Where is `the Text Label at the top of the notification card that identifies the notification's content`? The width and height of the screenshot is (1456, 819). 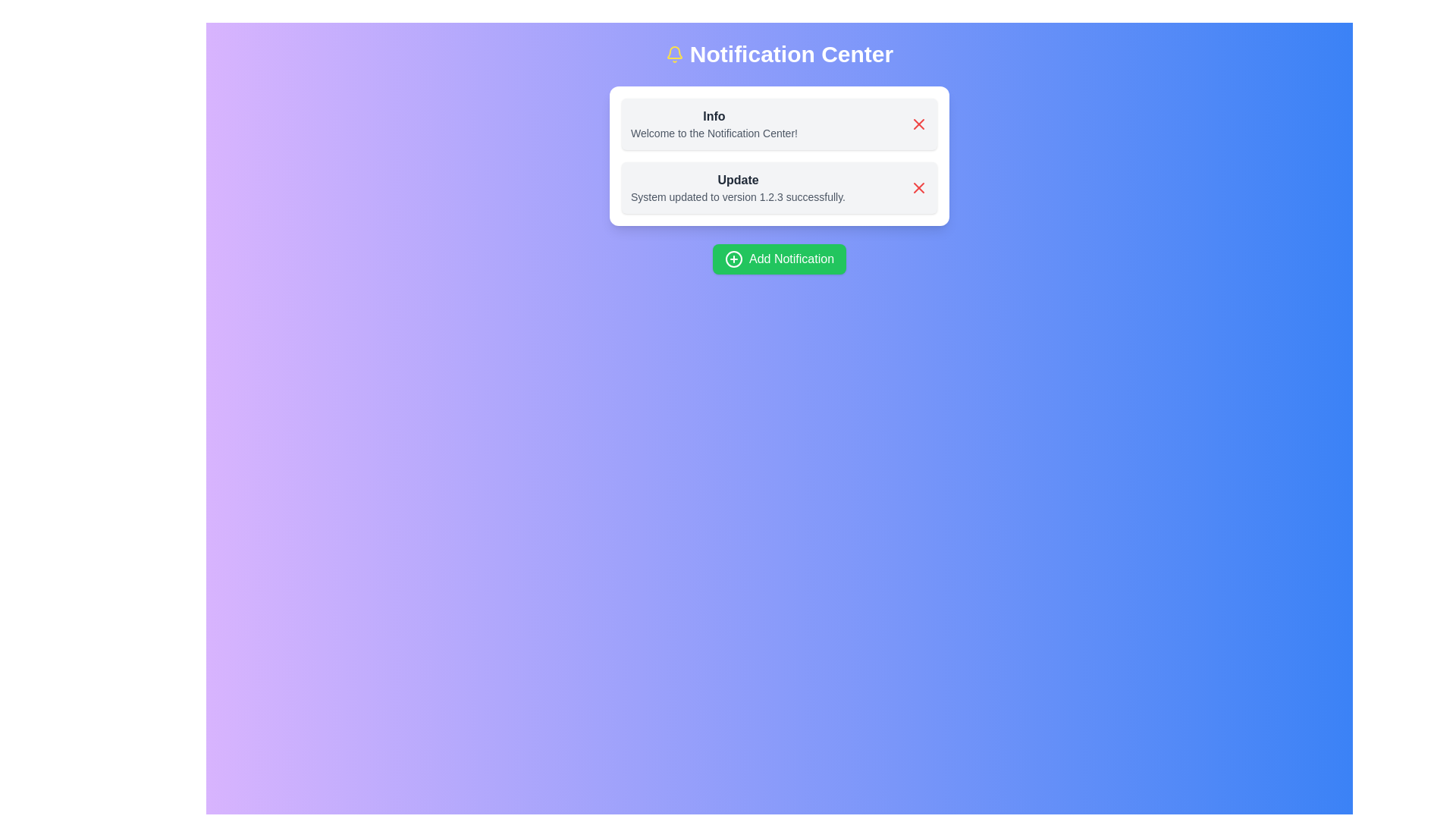 the Text Label at the top of the notification card that identifies the notification's content is located at coordinates (738, 180).